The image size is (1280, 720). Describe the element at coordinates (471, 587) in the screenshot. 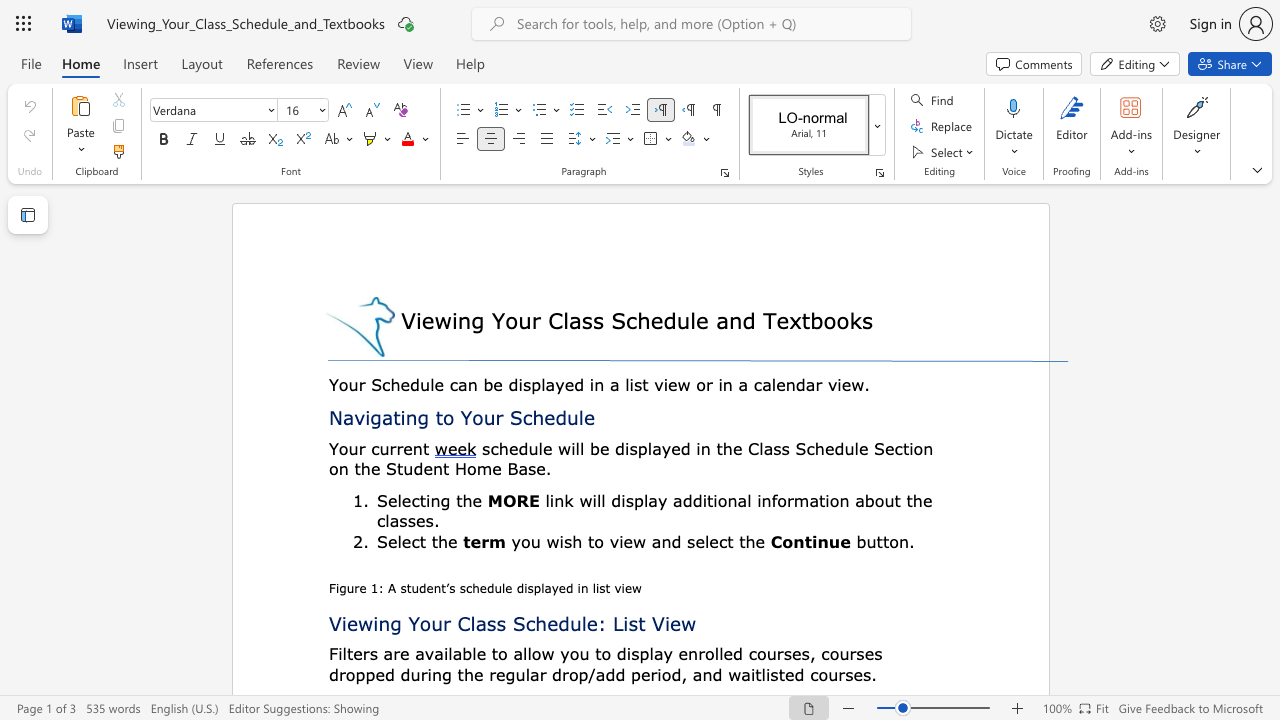

I see `the subset text "hedule displ" within the text "Figure 1: A student’s schedule displayed in list view"` at that location.